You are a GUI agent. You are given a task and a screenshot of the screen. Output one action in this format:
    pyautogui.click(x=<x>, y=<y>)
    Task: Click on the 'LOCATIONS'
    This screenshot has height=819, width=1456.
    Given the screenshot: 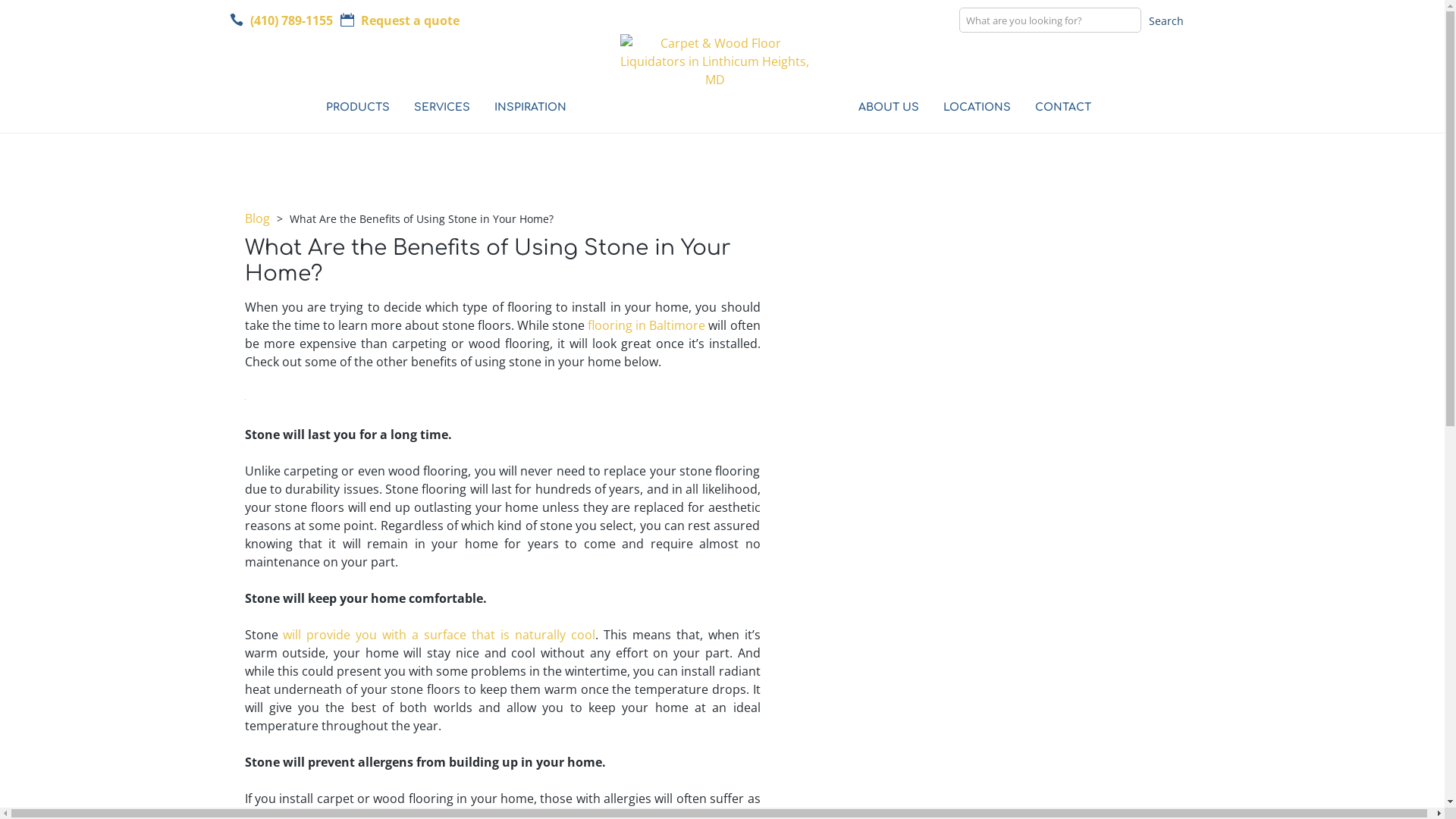 What is the action you would take?
    pyautogui.click(x=969, y=109)
    